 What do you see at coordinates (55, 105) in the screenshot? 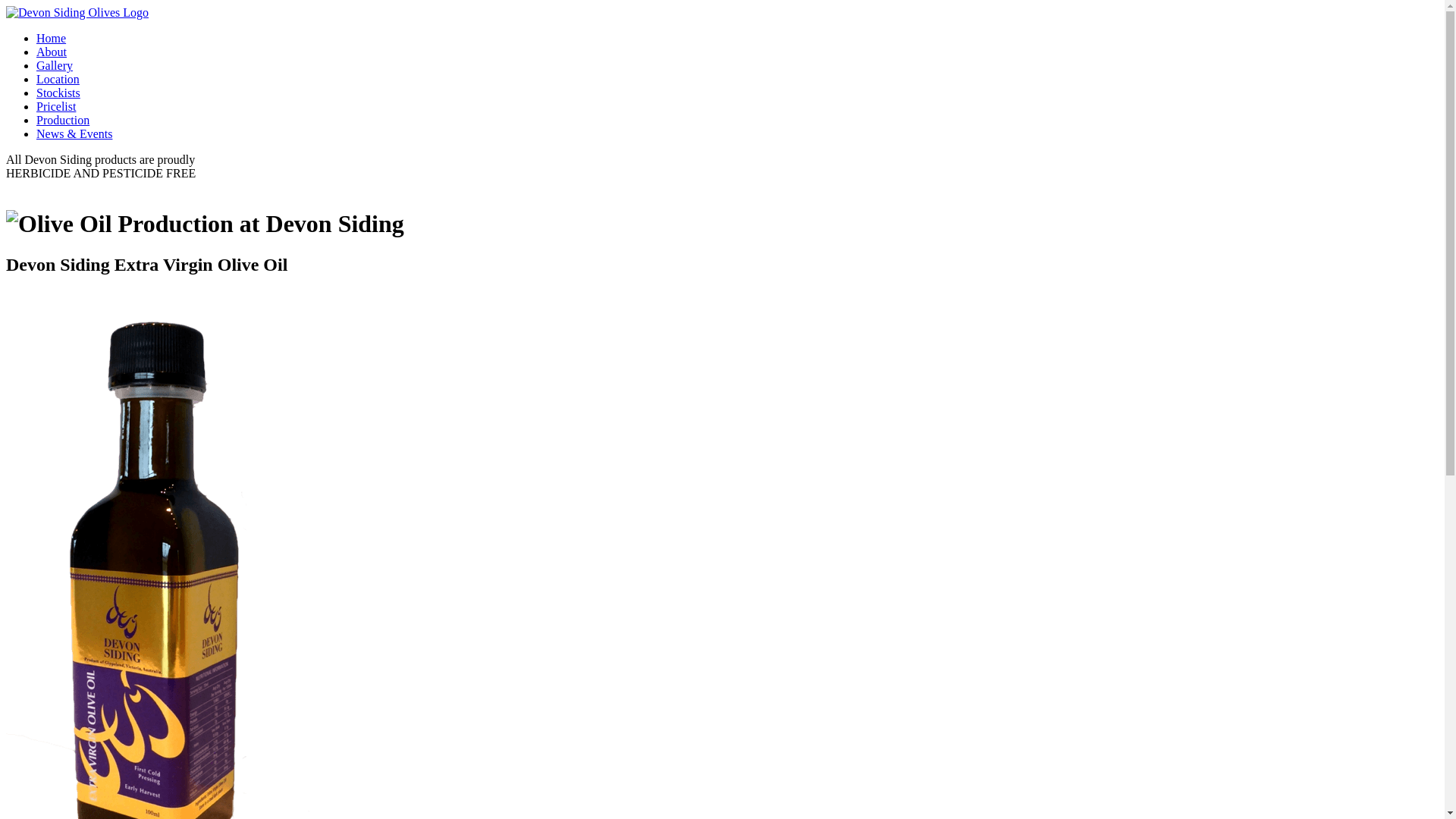
I see `'Pricelist'` at bounding box center [55, 105].